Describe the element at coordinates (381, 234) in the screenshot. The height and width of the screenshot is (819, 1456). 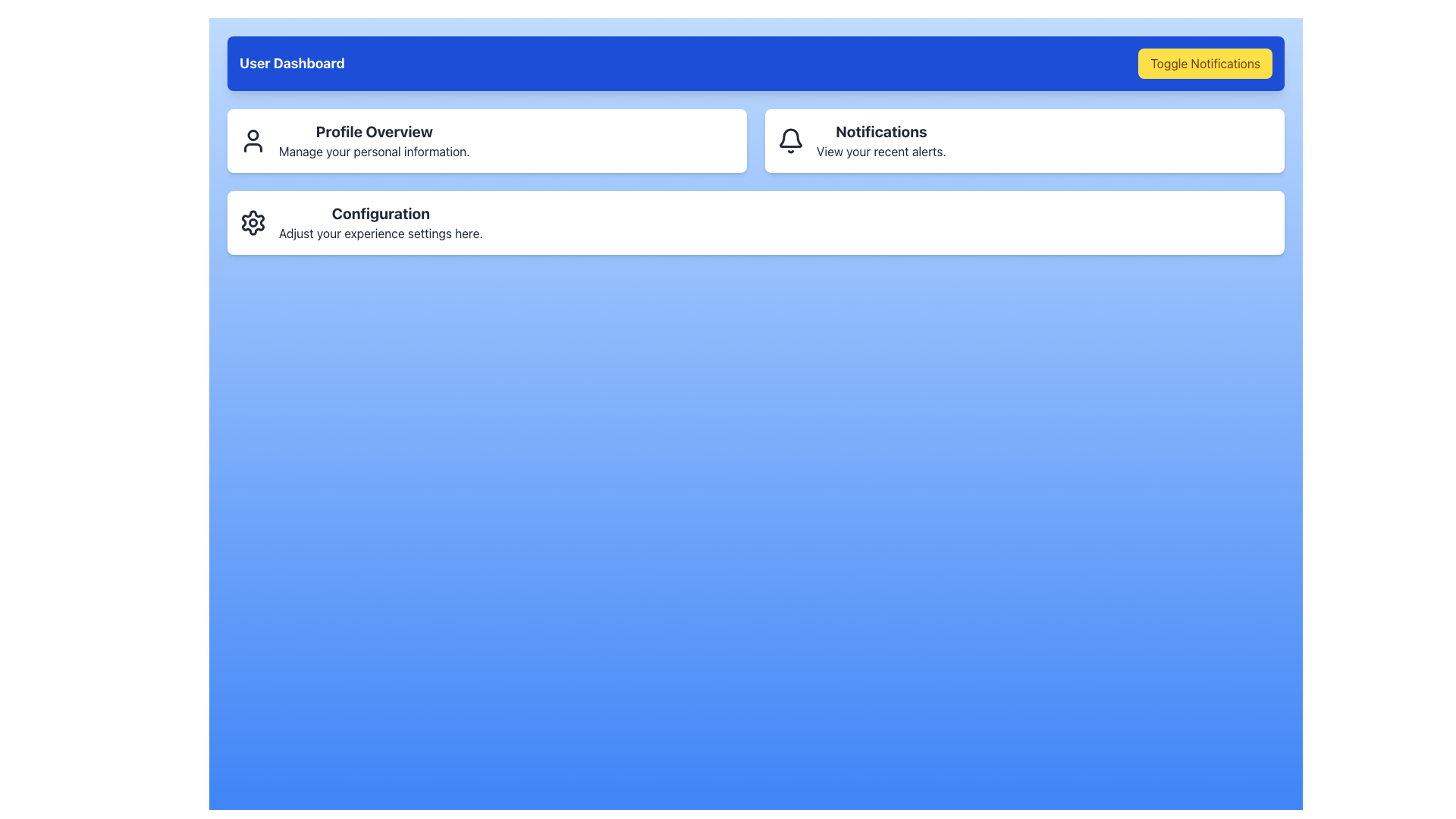
I see `the text label that reads 'Adjust your experience settings here.', which is styled in a clean sans-serif font and positioned directly below the bold title 'Configuration'` at that location.